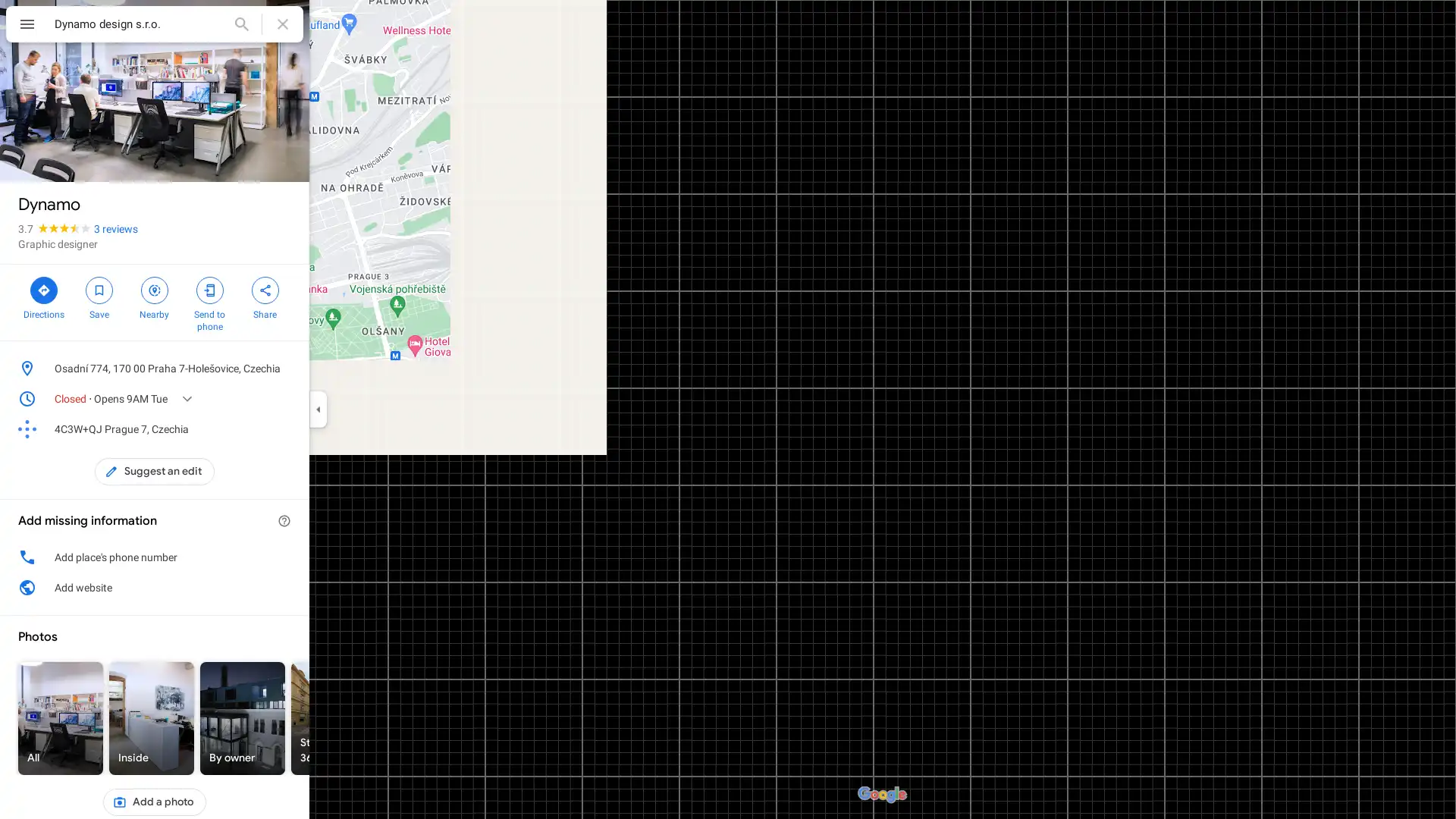 The height and width of the screenshot is (819, 1456). What do you see at coordinates (43, 296) in the screenshot?
I see `Directions to Dynamo` at bounding box center [43, 296].